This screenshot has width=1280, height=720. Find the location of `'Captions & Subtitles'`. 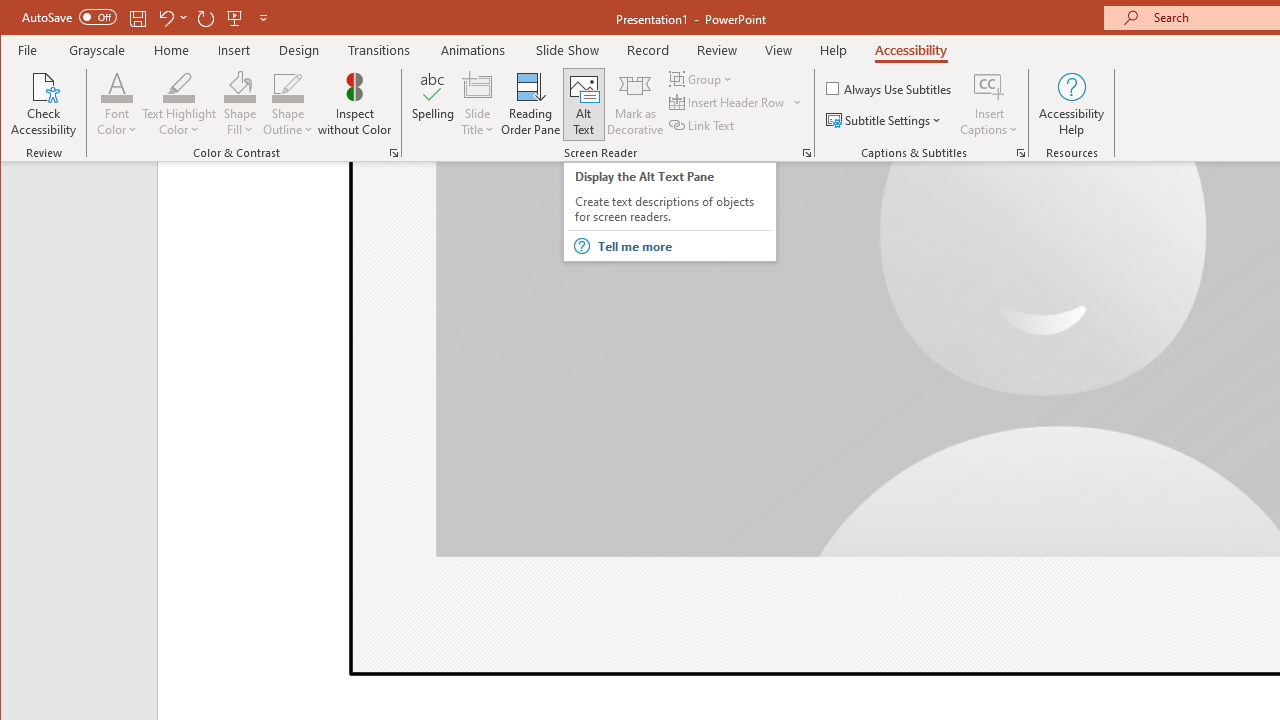

'Captions & Subtitles' is located at coordinates (1020, 152).